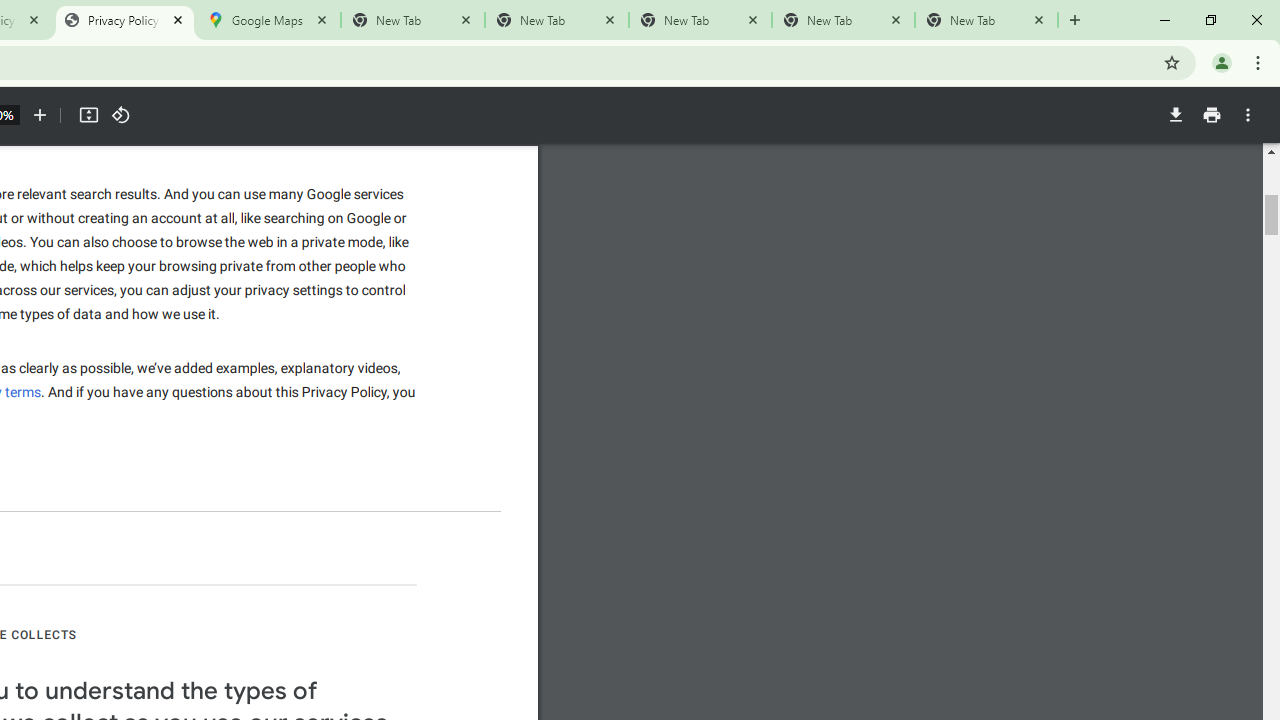  Describe the element at coordinates (267, 20) in the screenshot. I see `'Google Maps'` at that location.